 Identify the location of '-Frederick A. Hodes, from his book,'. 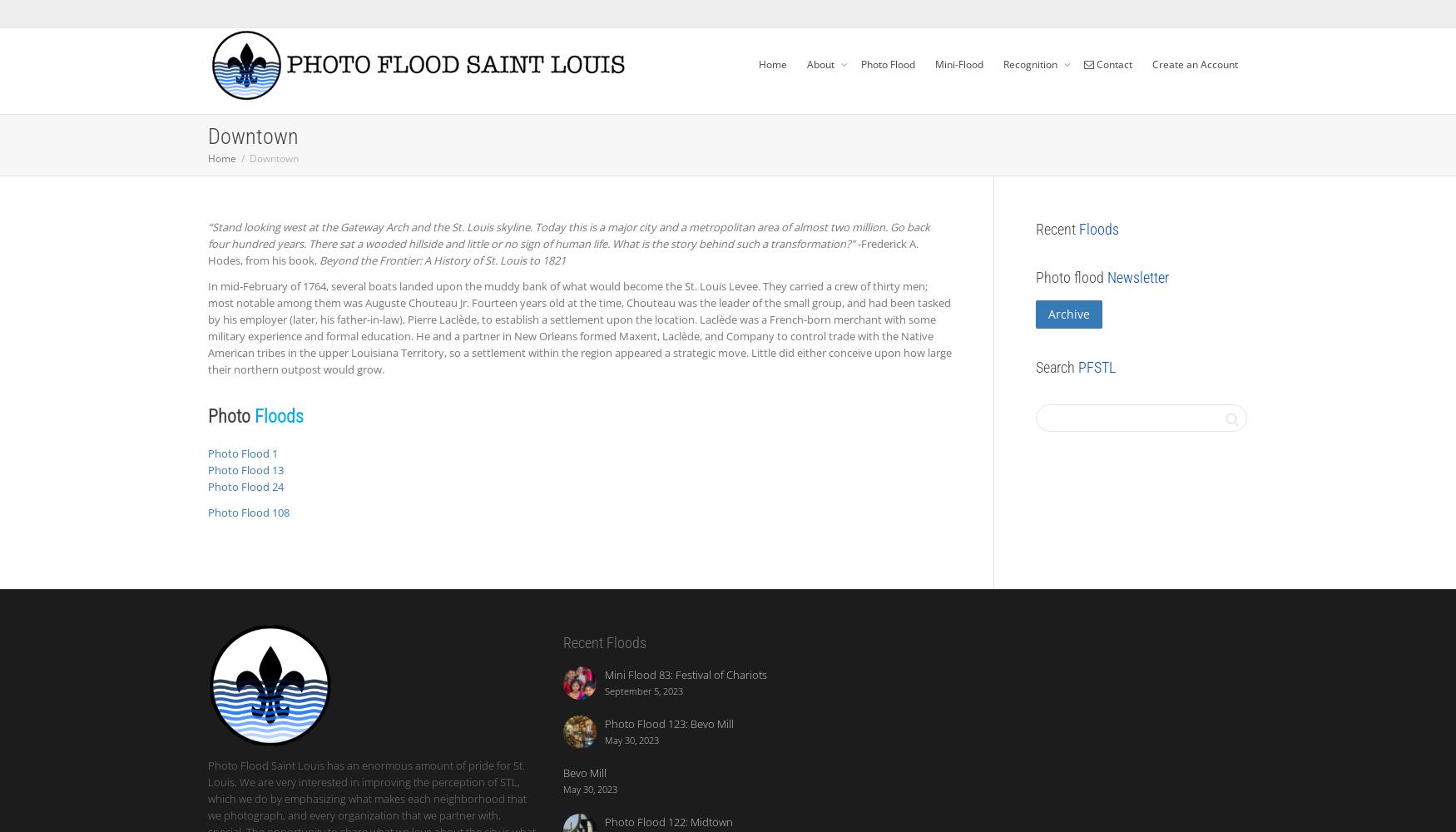
(562, 252).